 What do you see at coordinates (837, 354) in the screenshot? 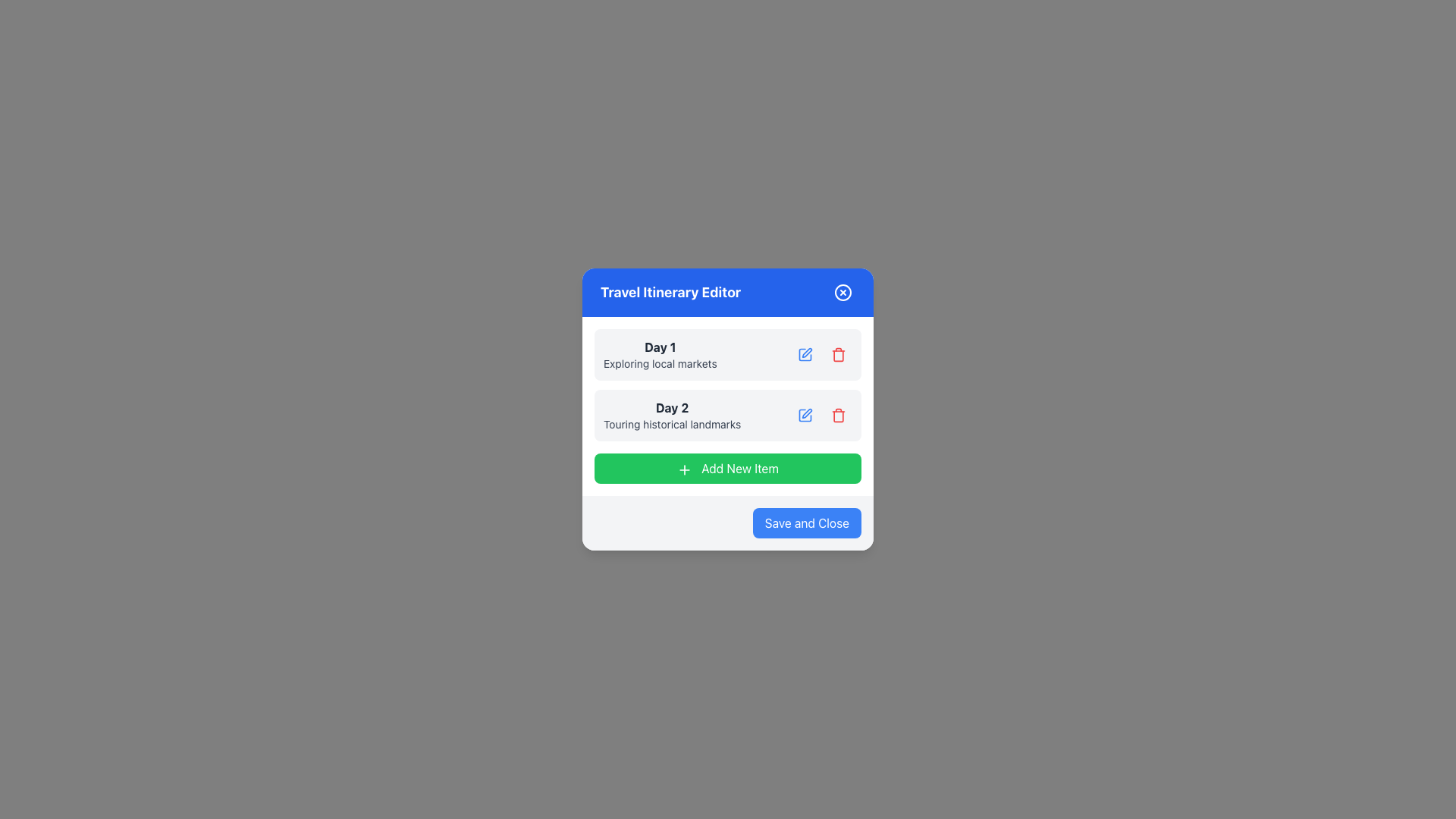
I see `the delete icon button located to the right of the 'Day 2' entry in the 'Travel Itinerary Editor' to trigger hover effects` at bounding box center [837, 354].